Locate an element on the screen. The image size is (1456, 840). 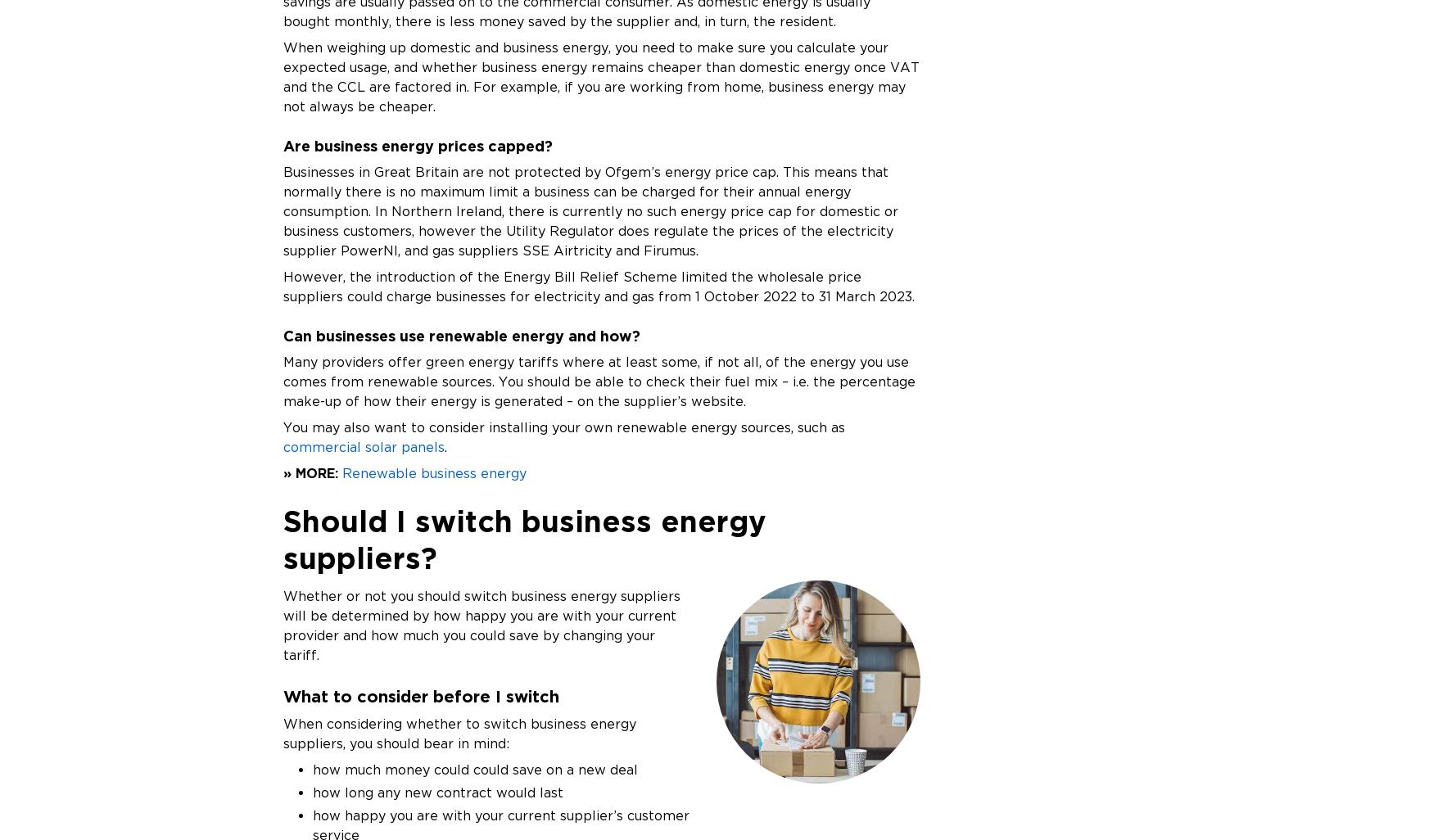
'Whether or not you should switch business energy suppliers will be determined by how happy you are with your current provider and how much you could save by changing your tariff.' is located at coordinates (481, 625).